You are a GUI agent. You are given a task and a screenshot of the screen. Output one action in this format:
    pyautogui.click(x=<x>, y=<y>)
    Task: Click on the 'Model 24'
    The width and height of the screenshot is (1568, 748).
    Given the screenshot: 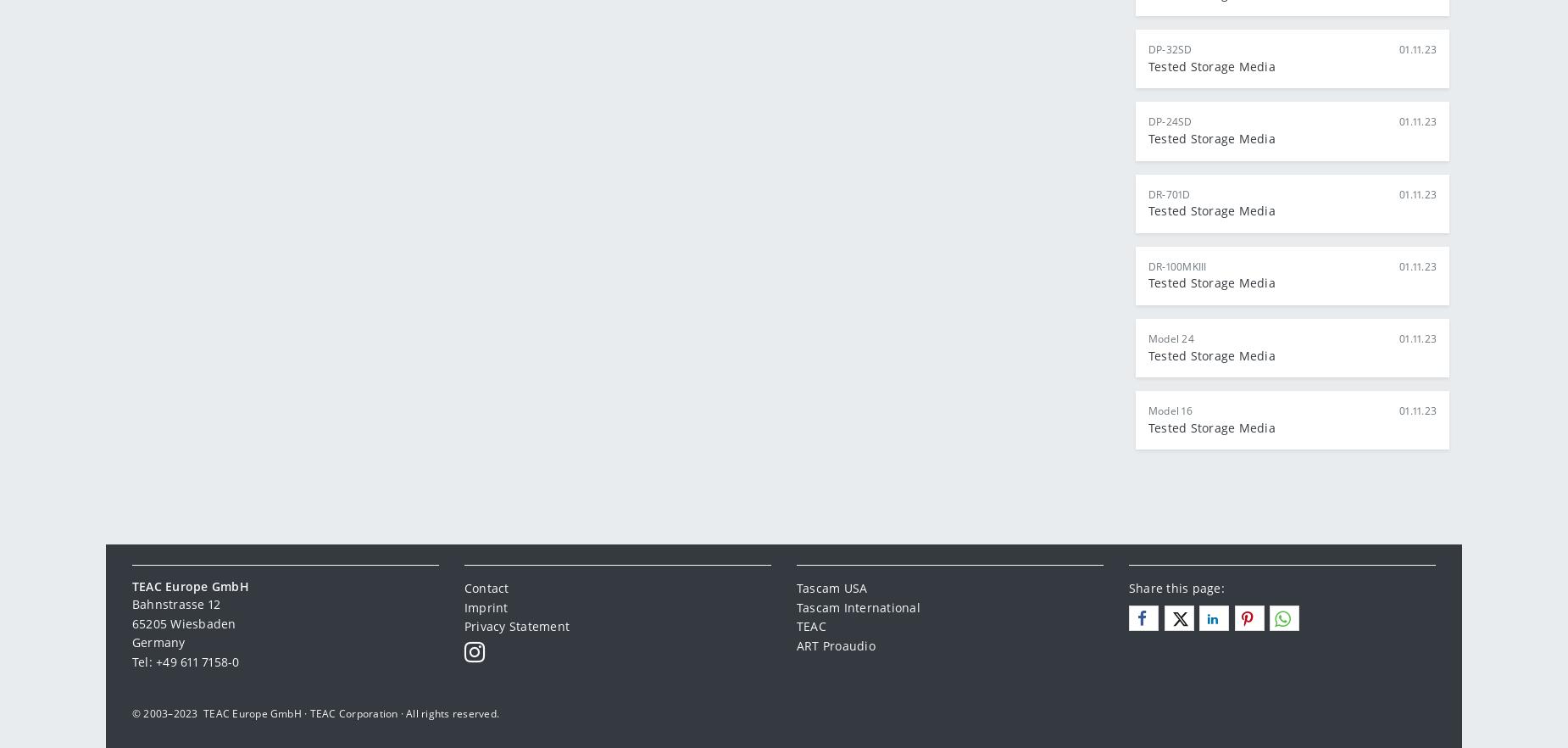 What is the action you would take?
    pyautogui.click(x=1170, y=338)
    